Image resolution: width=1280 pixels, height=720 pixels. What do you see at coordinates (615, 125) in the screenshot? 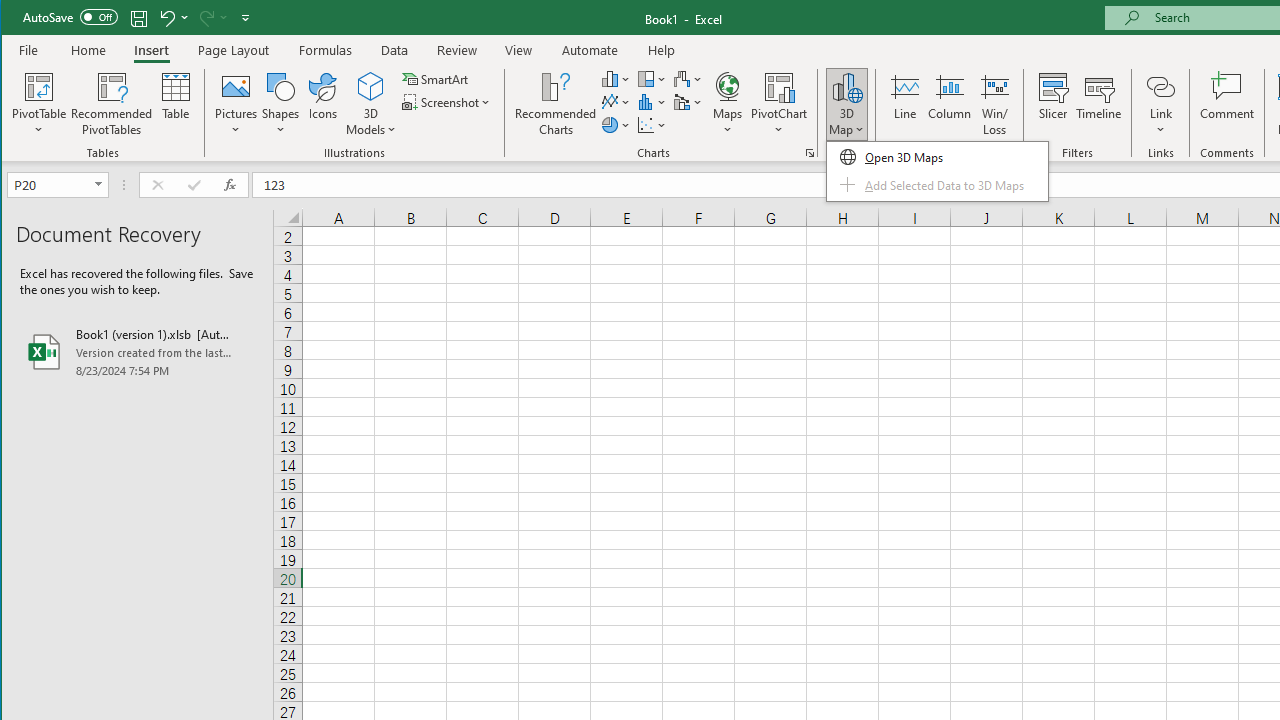
I see `'Insert Pie or Doughnut Chart'` at bounding box center [615, 125].